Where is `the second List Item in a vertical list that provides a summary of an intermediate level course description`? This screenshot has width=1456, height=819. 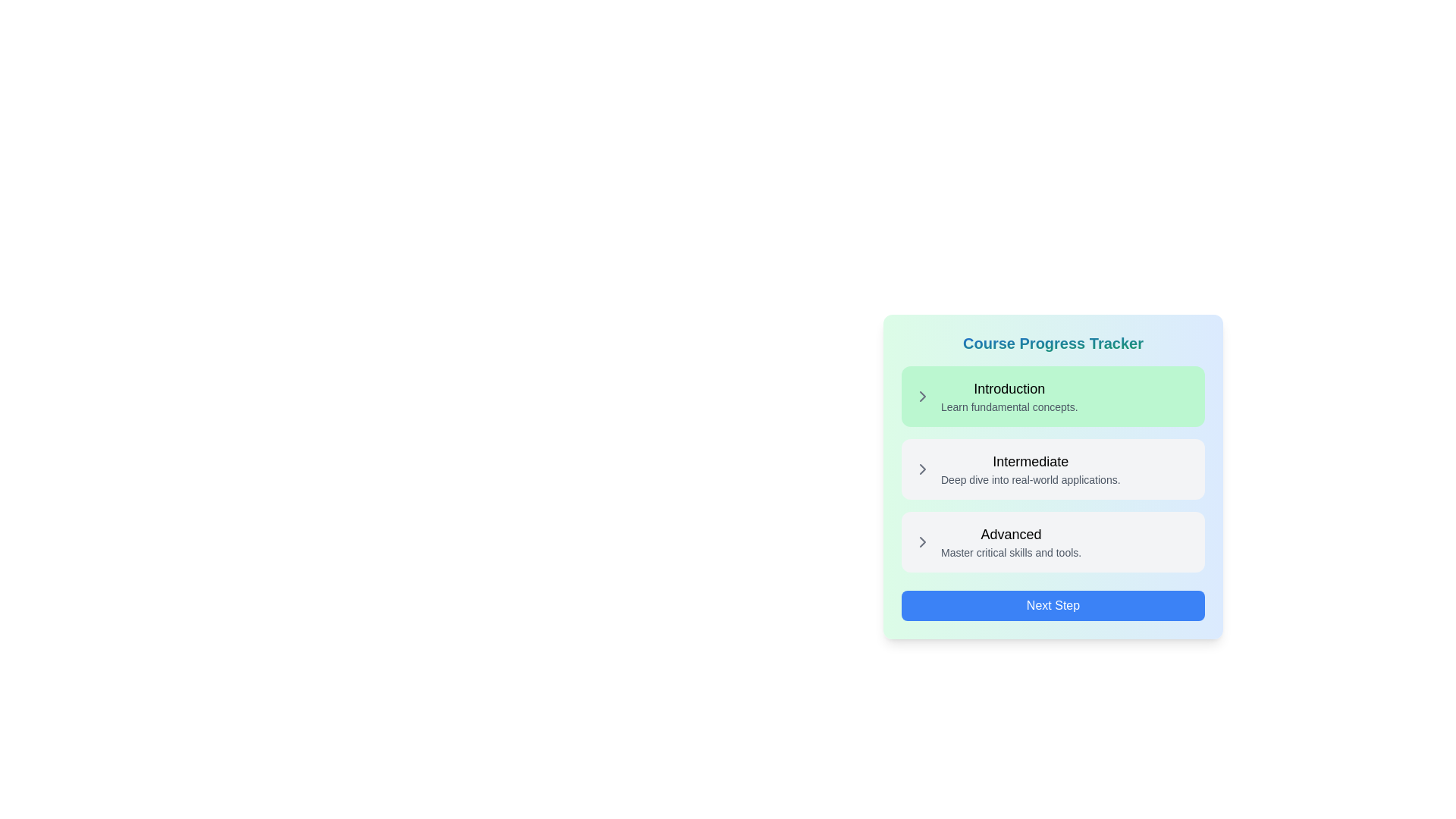 the second List Item in a vertical list that provides a summary of an intermediate level course description is located at coordinates (1052, 468).